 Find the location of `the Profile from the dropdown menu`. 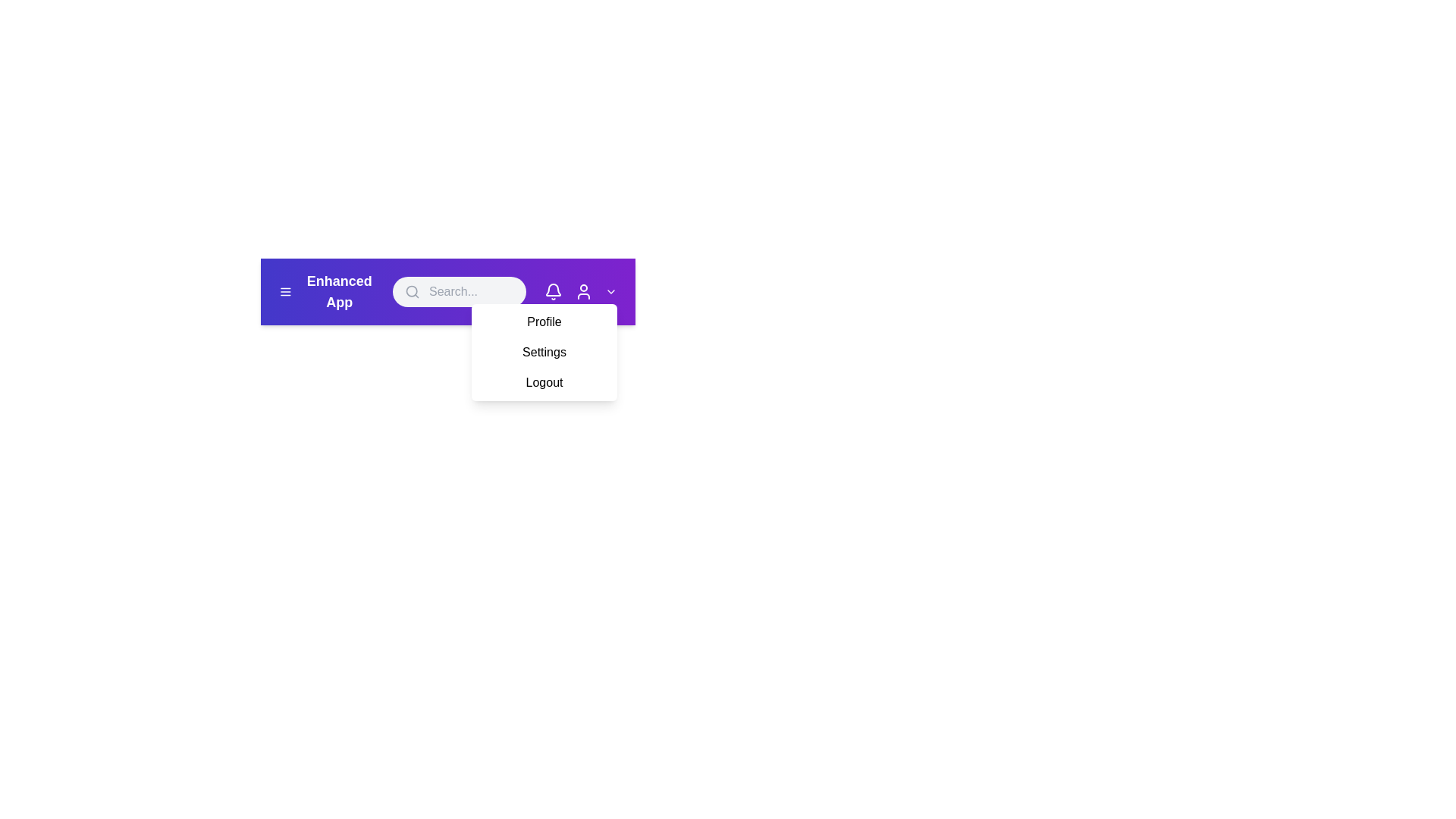

the Profile from the dropdown menu is located at coordinates (544, 321).